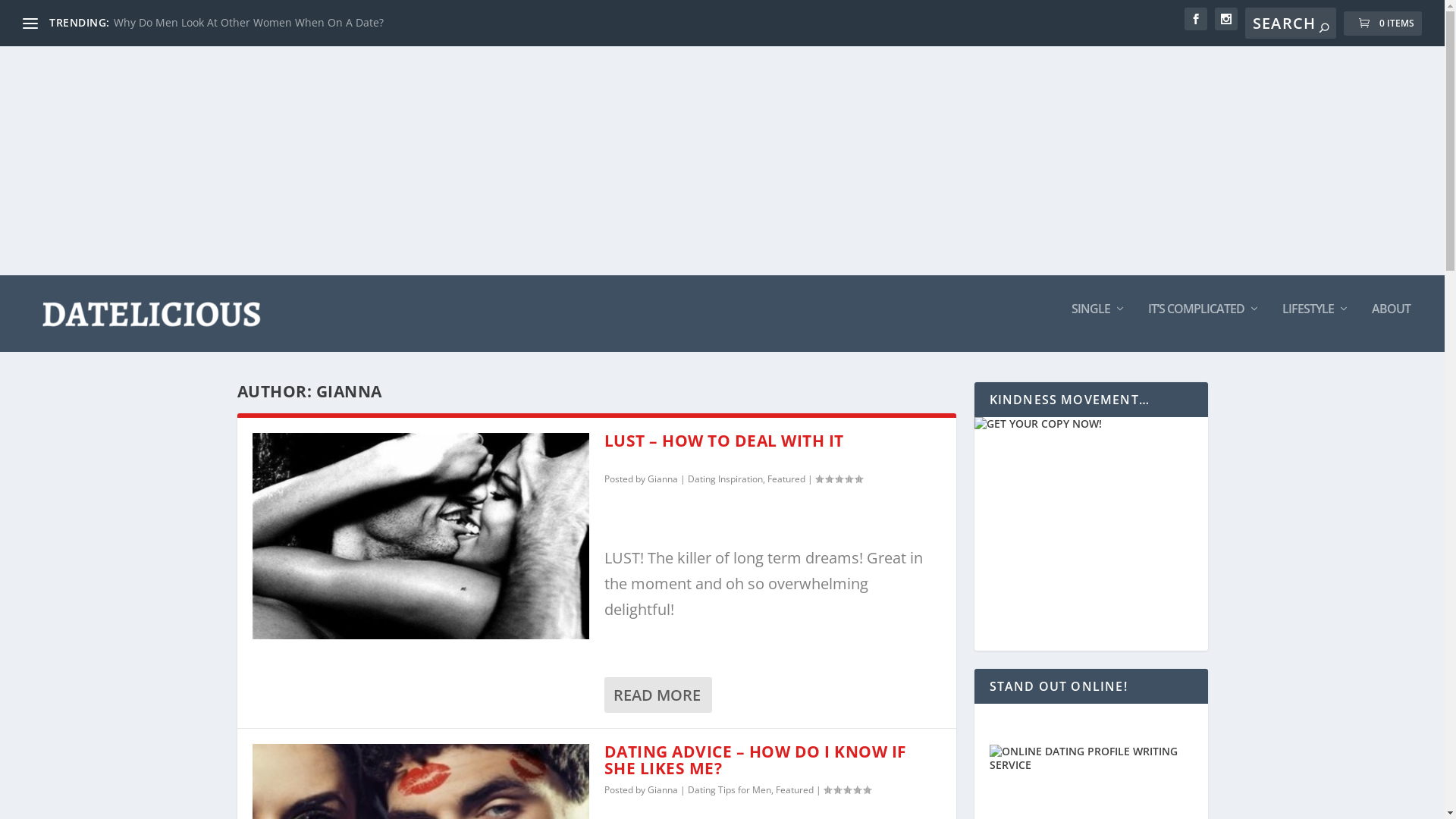  What do you see at coordinates (723, 479) in the screenshot?
I see `'Dating Inspiration'` at bounding box center [723, 479].